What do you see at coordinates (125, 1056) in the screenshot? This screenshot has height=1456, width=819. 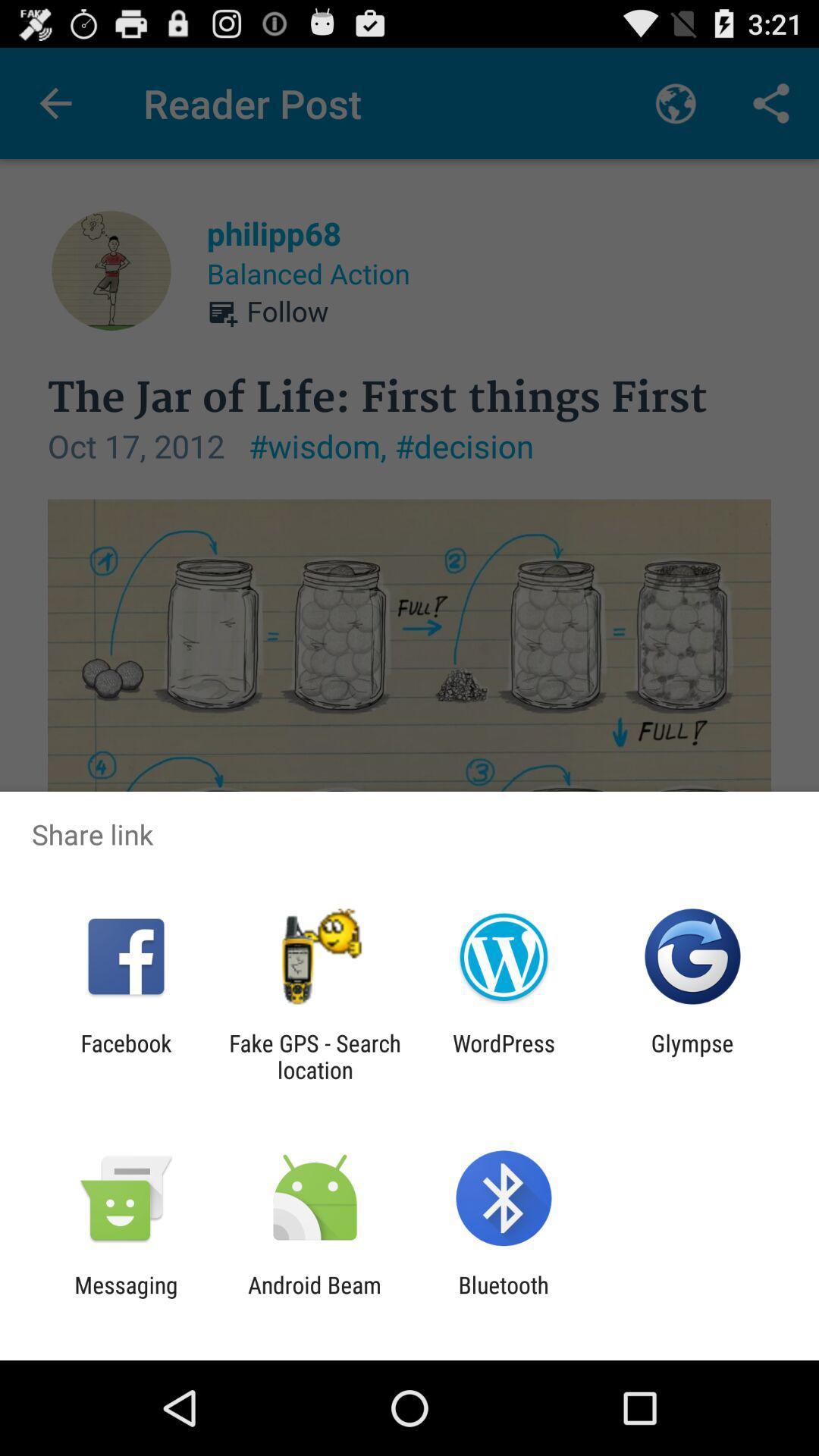 I see `the facebook app` at bounding box center [125, 1056].